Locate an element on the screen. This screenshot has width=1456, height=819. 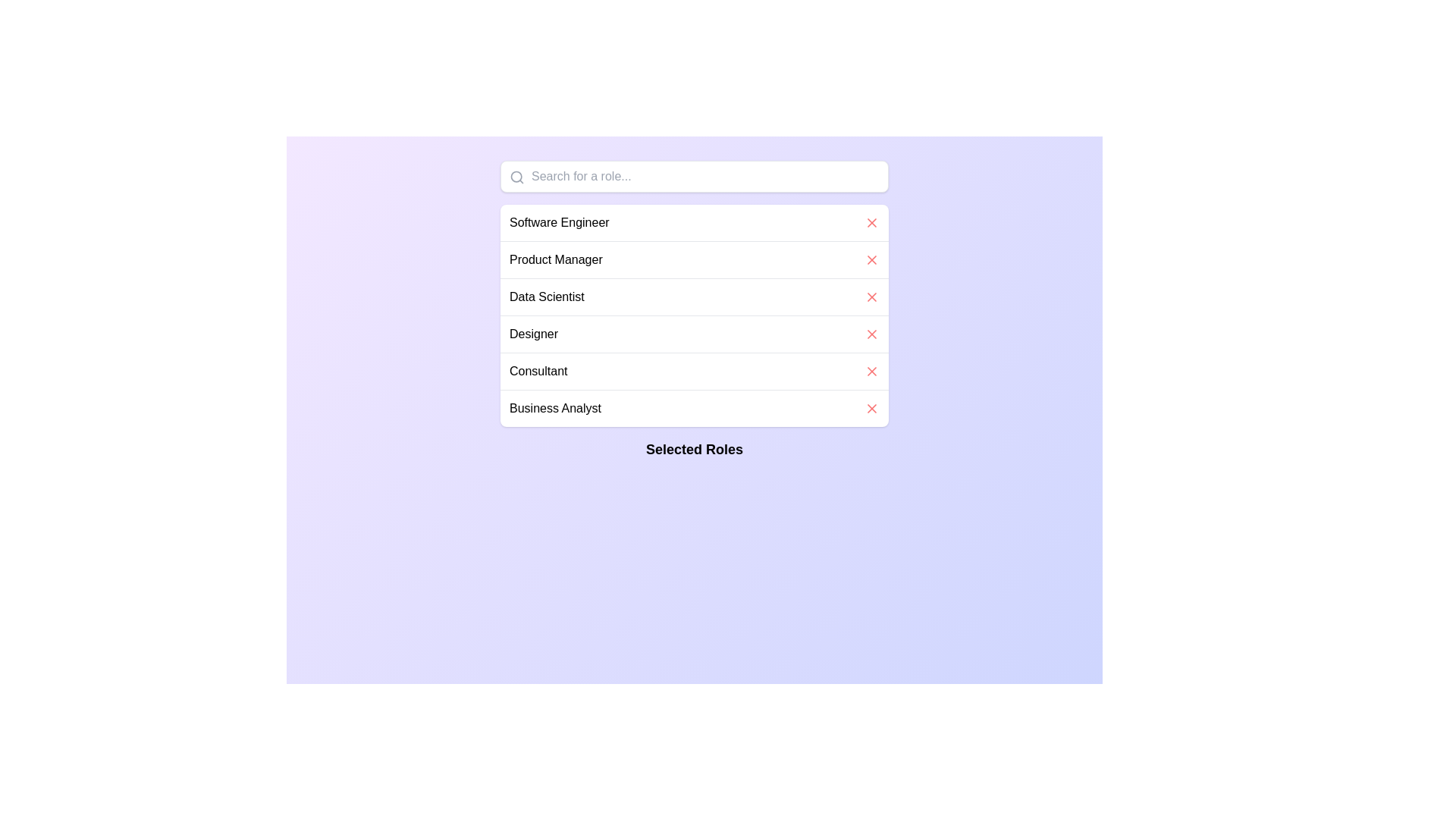
the last row of the selectable list item representing the role 'Business Analyst' is located at coordinates (694, 407).